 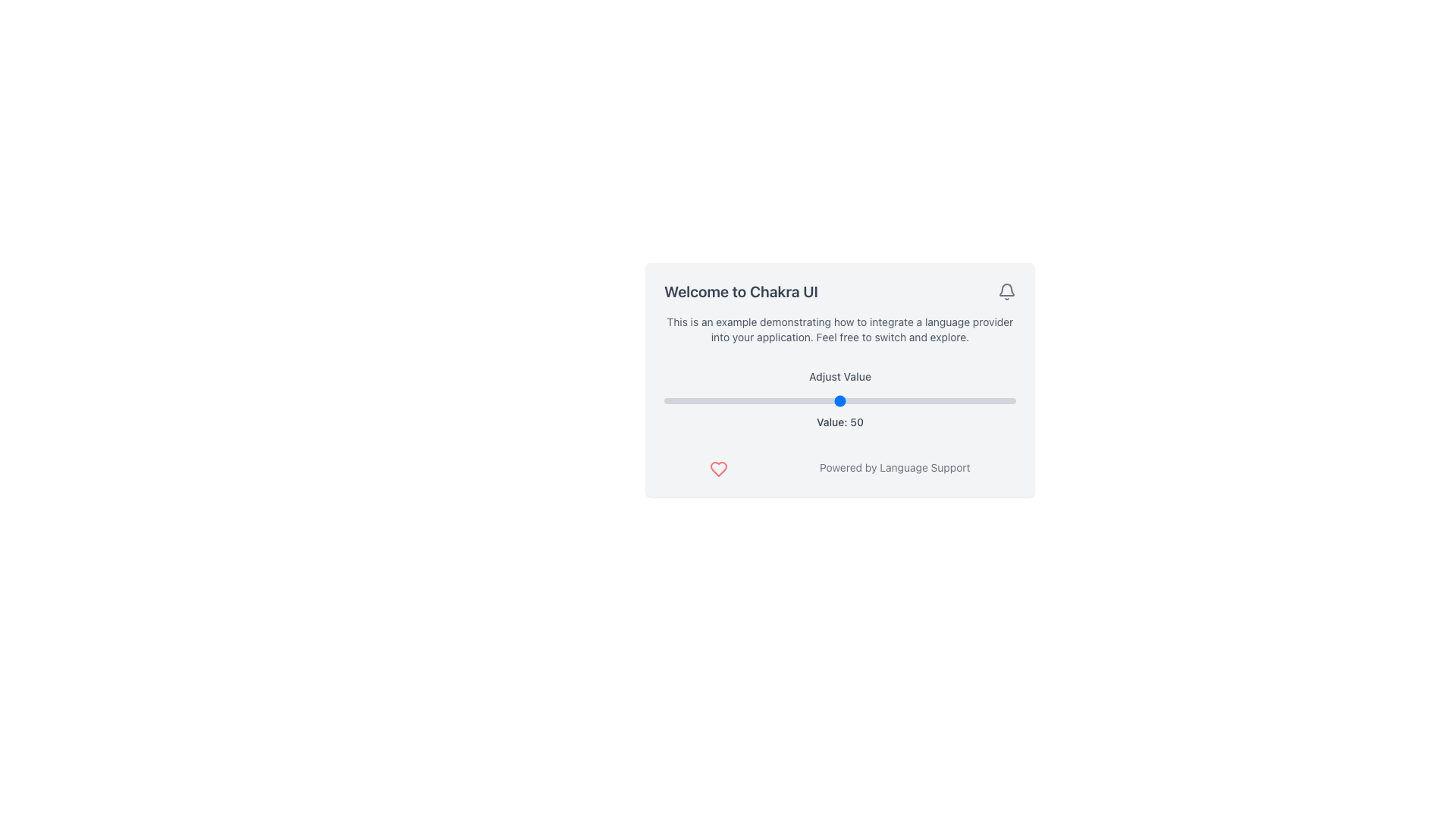 What do you see at coordinates (664, 400) in the screenshot?
I see `the adjustment slider` at bounding box center [664, 400].